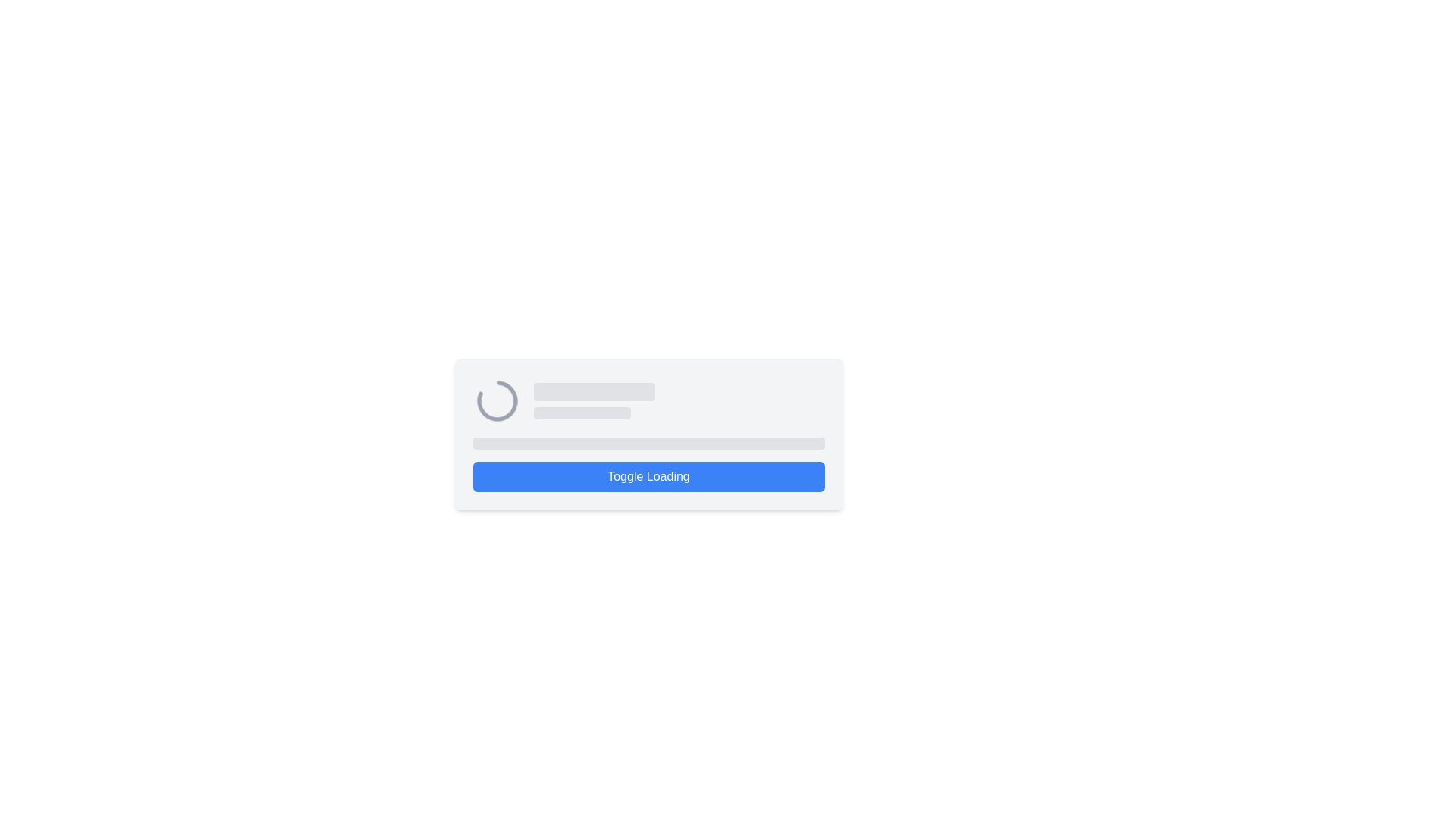  Describe the element at coordinates (648, 475) in the screenshot. I see `the toggle loading state button located at the bottom of the grayish box with rounded corners` at that location.